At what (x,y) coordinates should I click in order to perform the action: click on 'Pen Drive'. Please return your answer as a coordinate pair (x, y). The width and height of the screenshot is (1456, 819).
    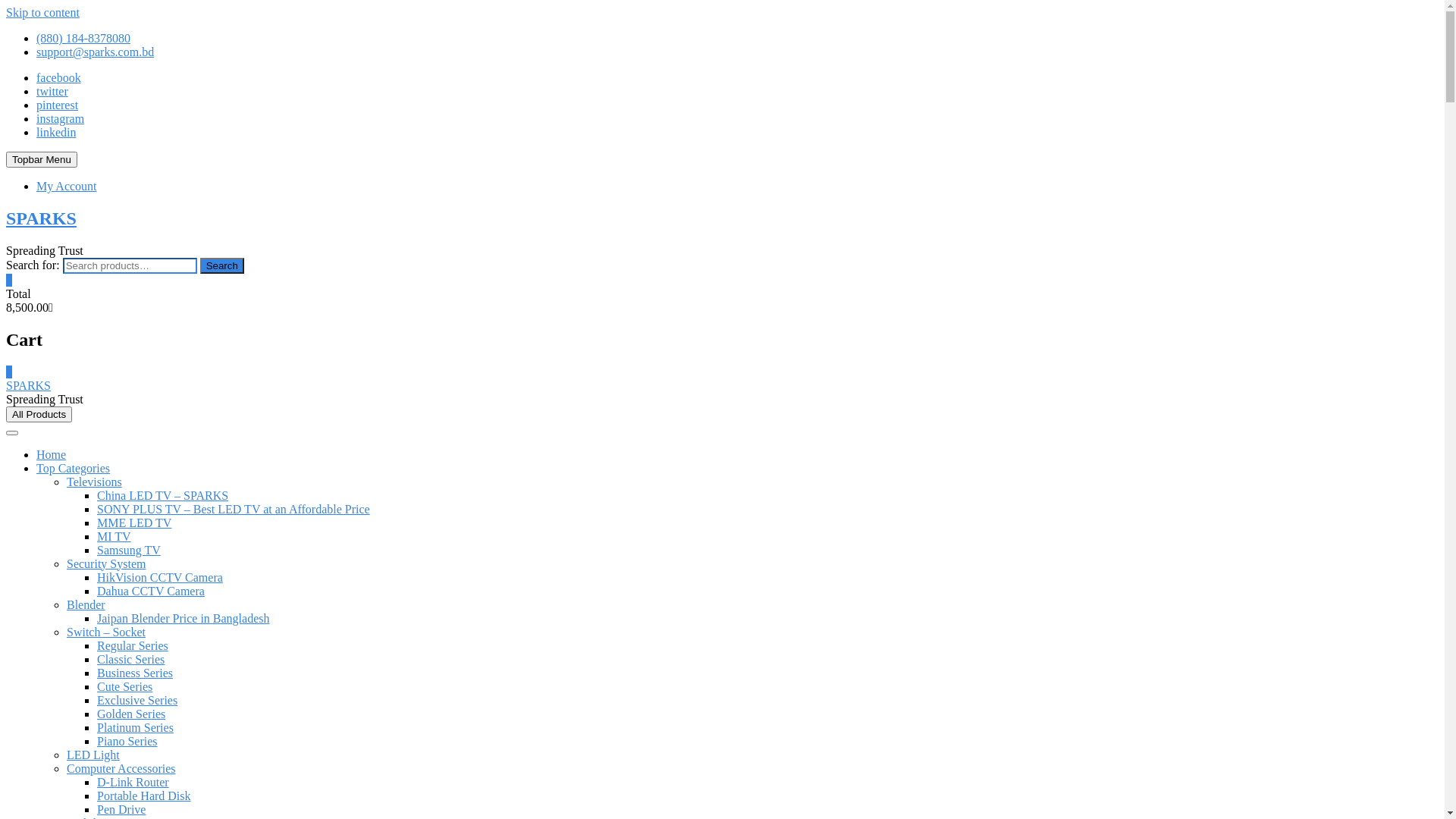
    Looking at the image, I should click on (120, 808).